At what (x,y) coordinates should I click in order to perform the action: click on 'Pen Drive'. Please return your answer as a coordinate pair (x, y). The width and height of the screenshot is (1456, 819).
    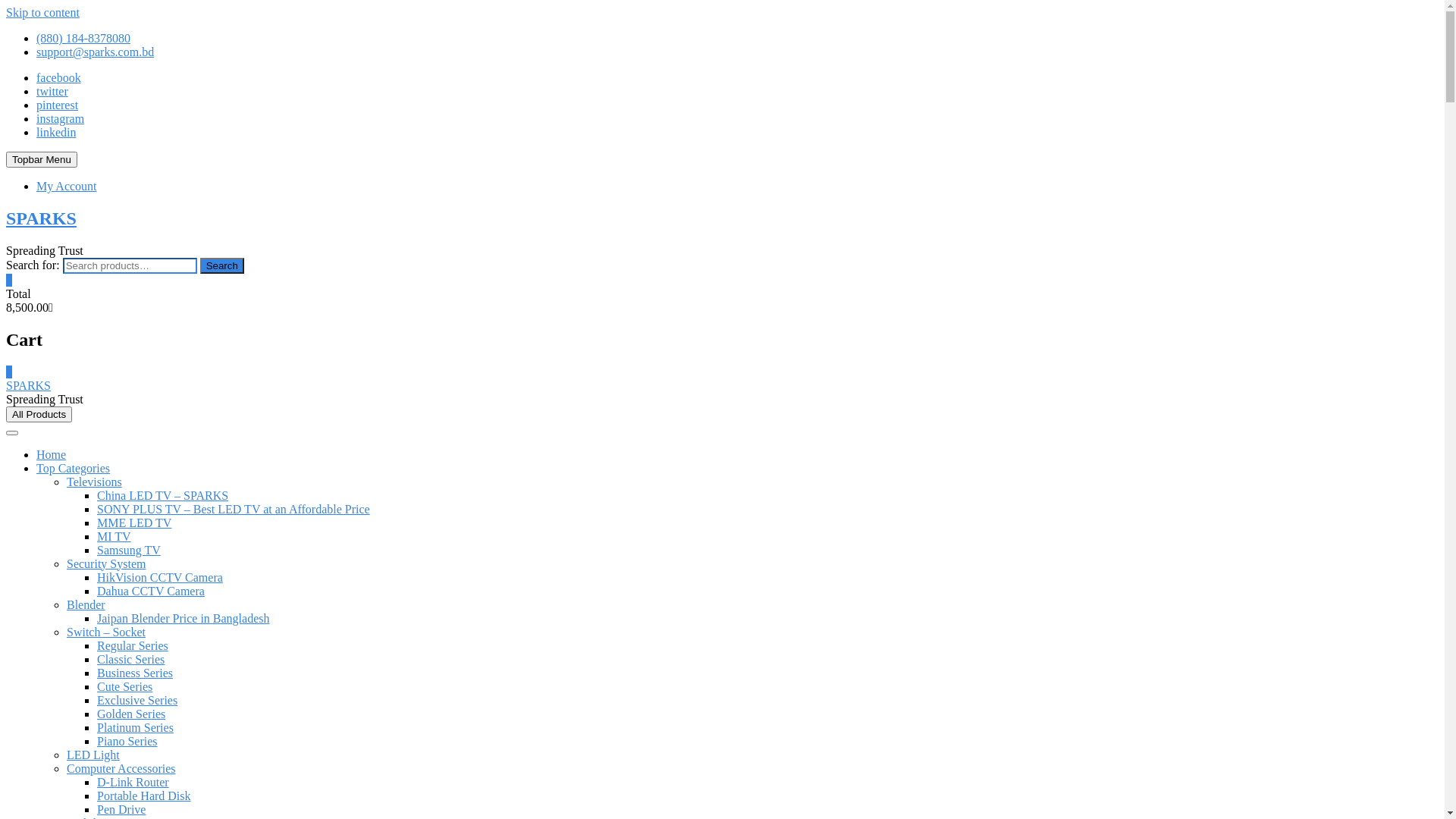
    Looking at the image, I should click on (120, 808).